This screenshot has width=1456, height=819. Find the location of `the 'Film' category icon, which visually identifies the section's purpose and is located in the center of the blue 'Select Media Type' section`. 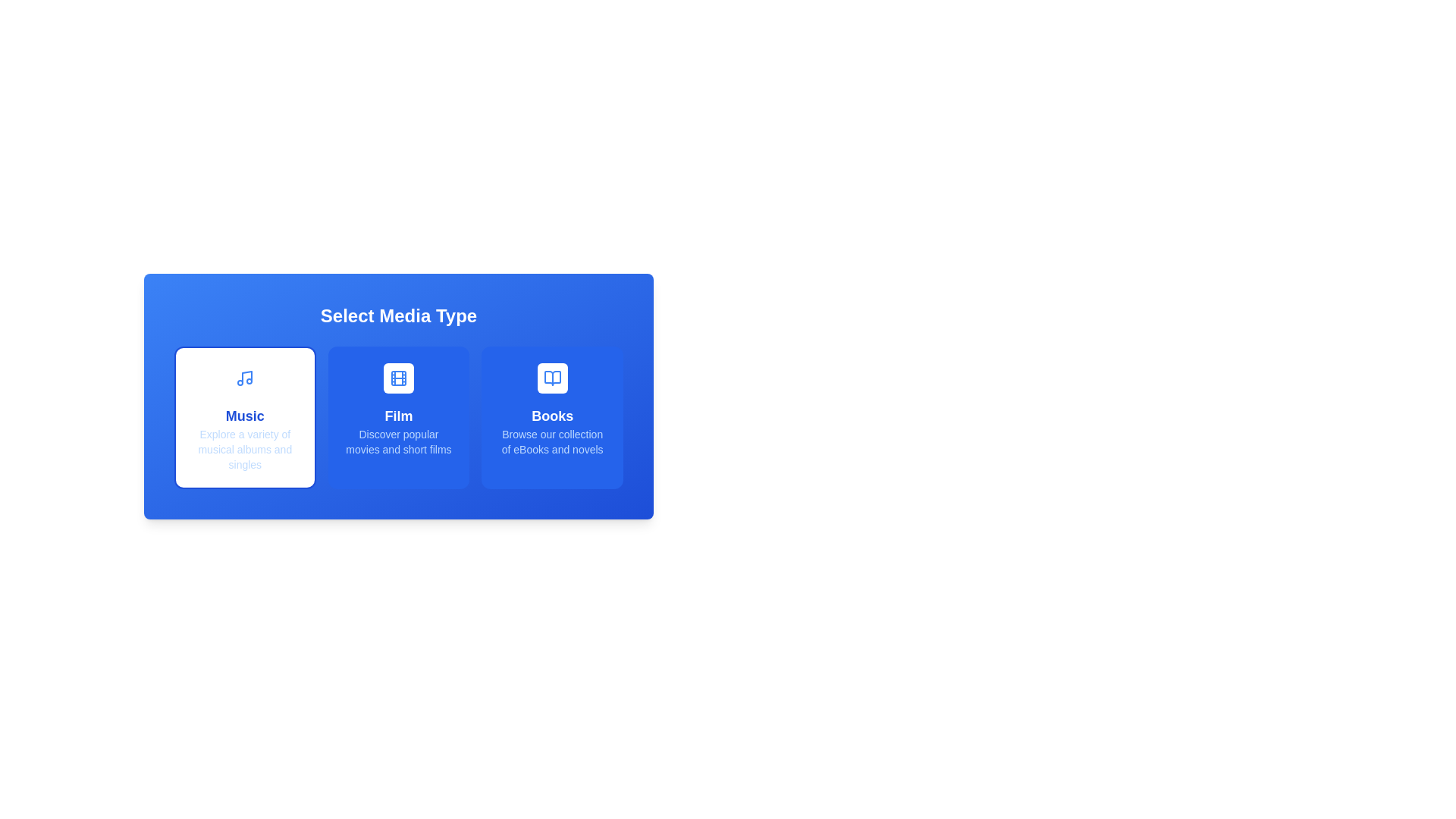

the 'Film' category icon, which visually identifies the section's purpose and is located in the center of the blue 'Select Media Type' section is located at coordinates (398, 377).